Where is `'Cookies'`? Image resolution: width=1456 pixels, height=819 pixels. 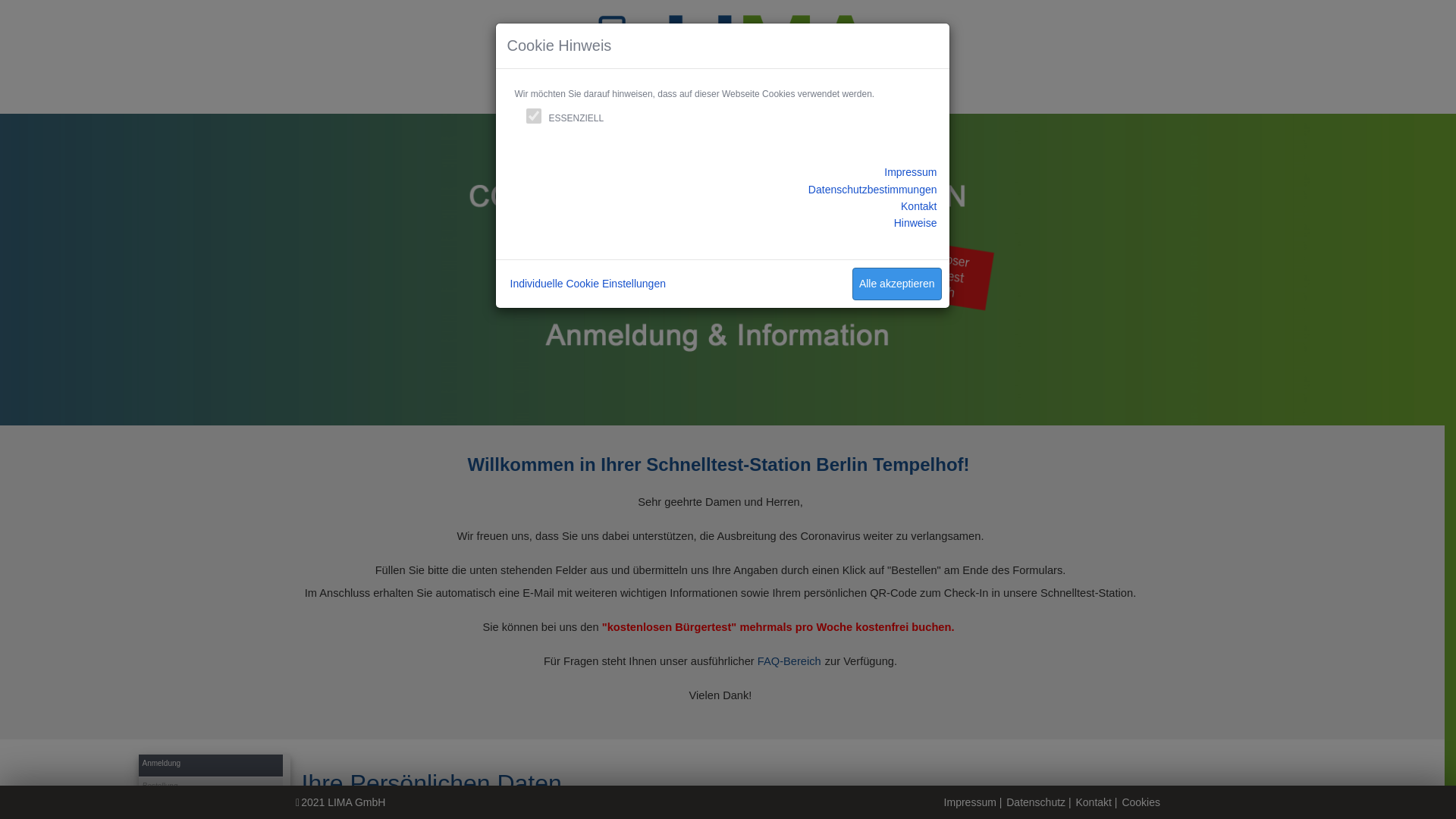
'Cookies' is located at coordinates (1141, 801).